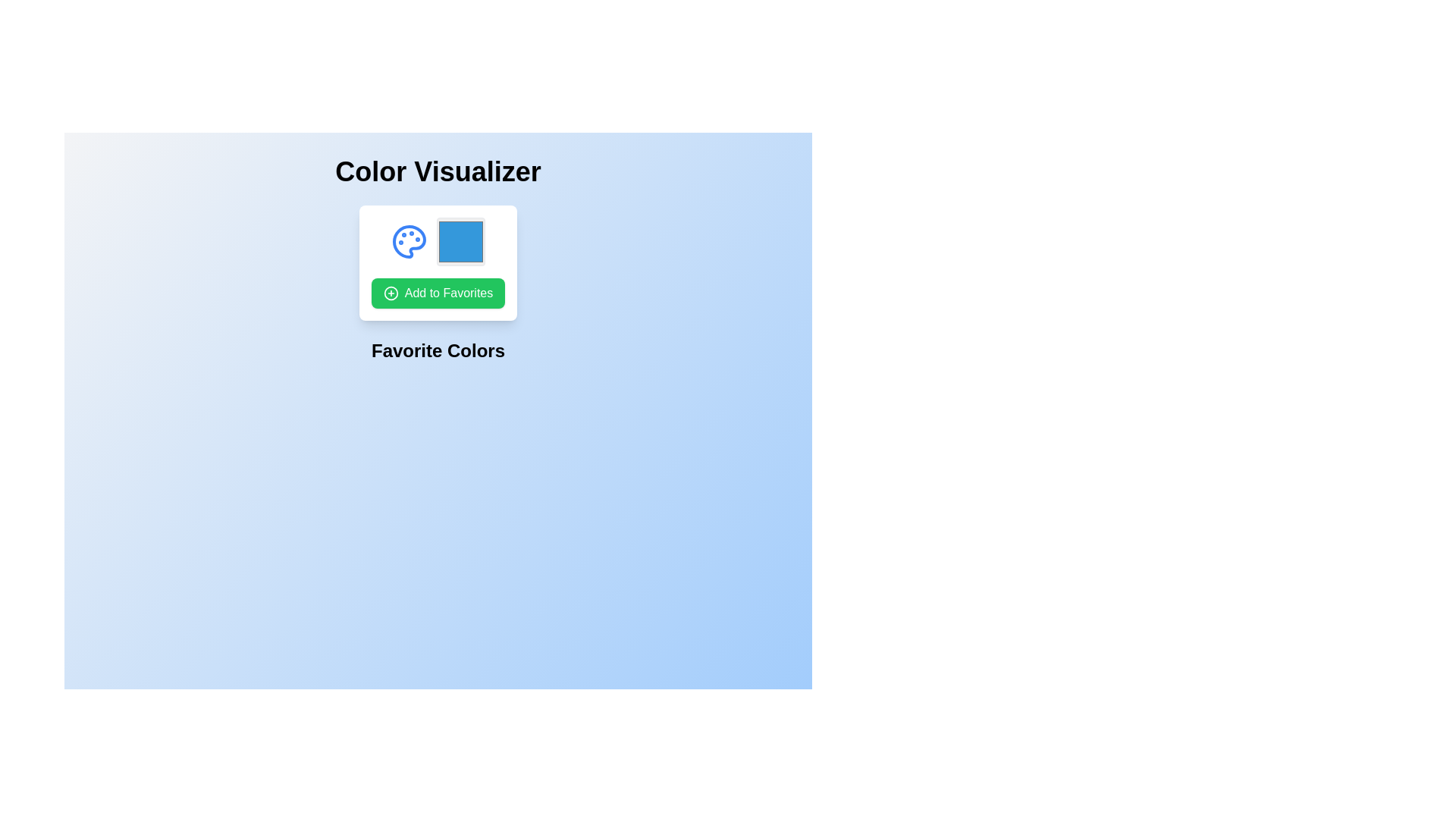  What do you see at coordinates (437, 262) in the screenshot?
I see `the Color Display Box` at bounding box center [437, 262].